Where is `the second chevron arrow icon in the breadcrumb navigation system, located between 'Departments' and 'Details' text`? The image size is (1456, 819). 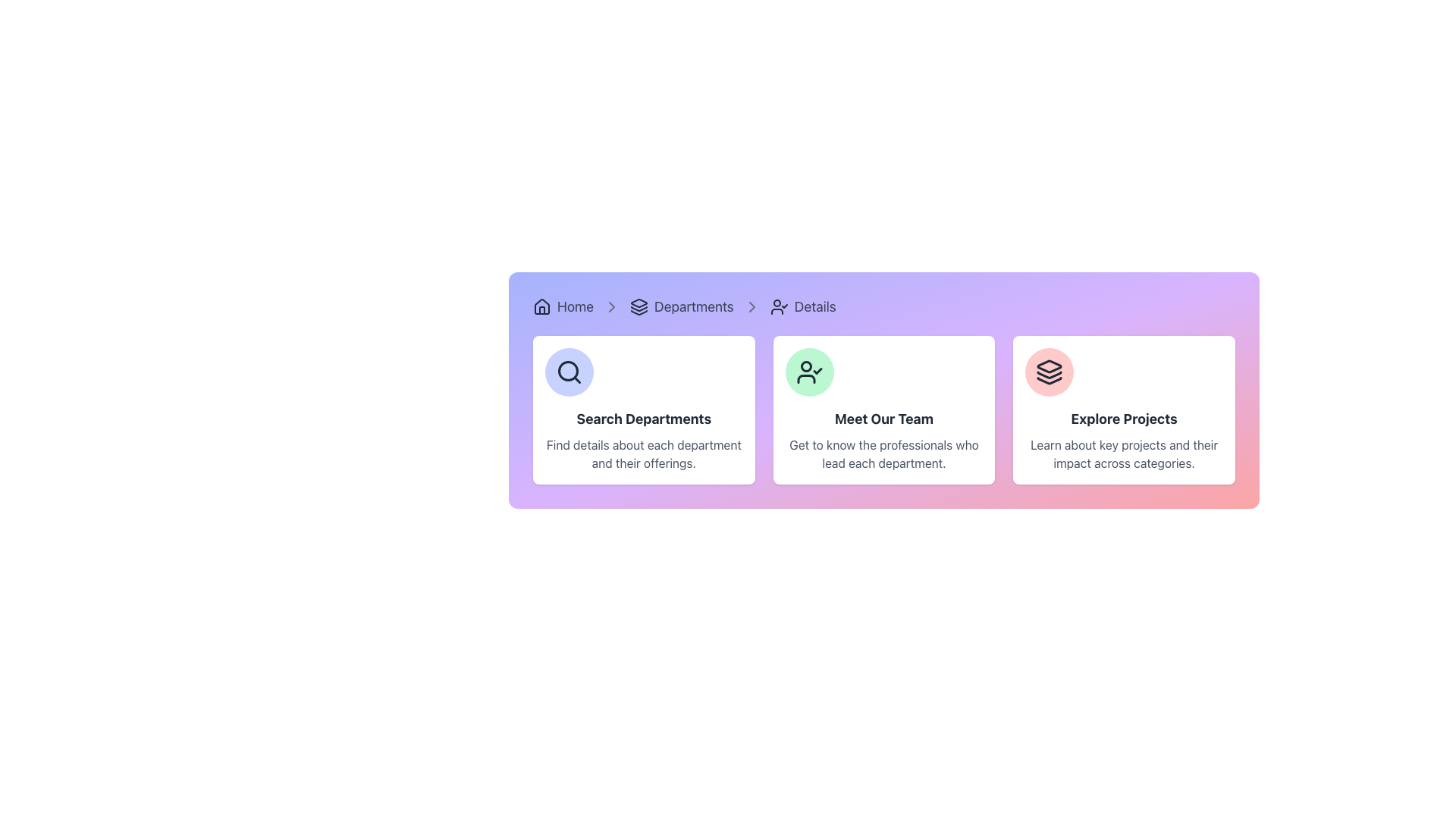 the second chevron arrow icon in the breadcrumb navigation system, located between 'Departments' and 'Details' text is located at coordinates (752, 307).